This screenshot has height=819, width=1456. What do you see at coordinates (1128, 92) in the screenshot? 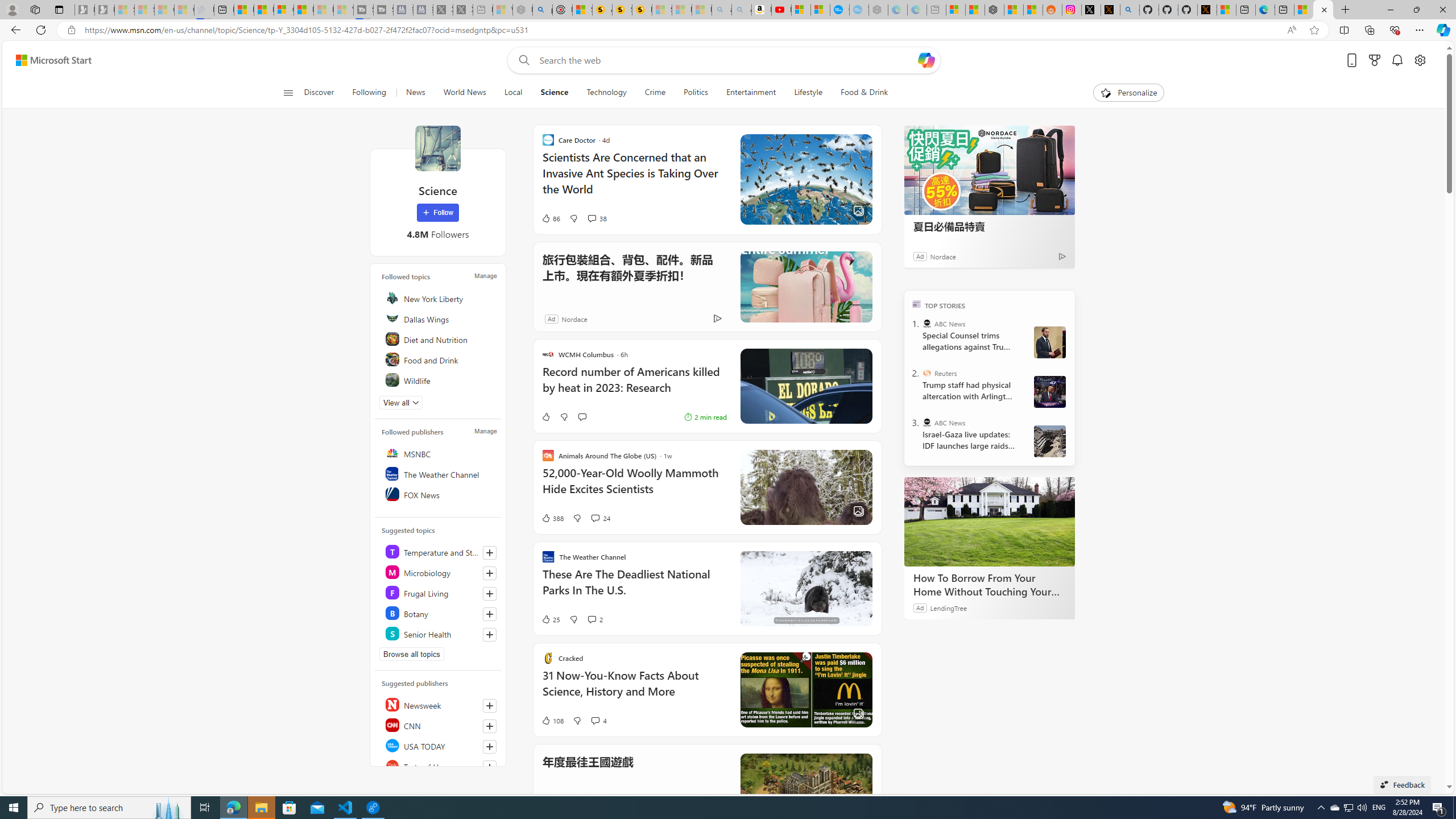
I see `'Personalize'` at bounding box center [1128, 92].